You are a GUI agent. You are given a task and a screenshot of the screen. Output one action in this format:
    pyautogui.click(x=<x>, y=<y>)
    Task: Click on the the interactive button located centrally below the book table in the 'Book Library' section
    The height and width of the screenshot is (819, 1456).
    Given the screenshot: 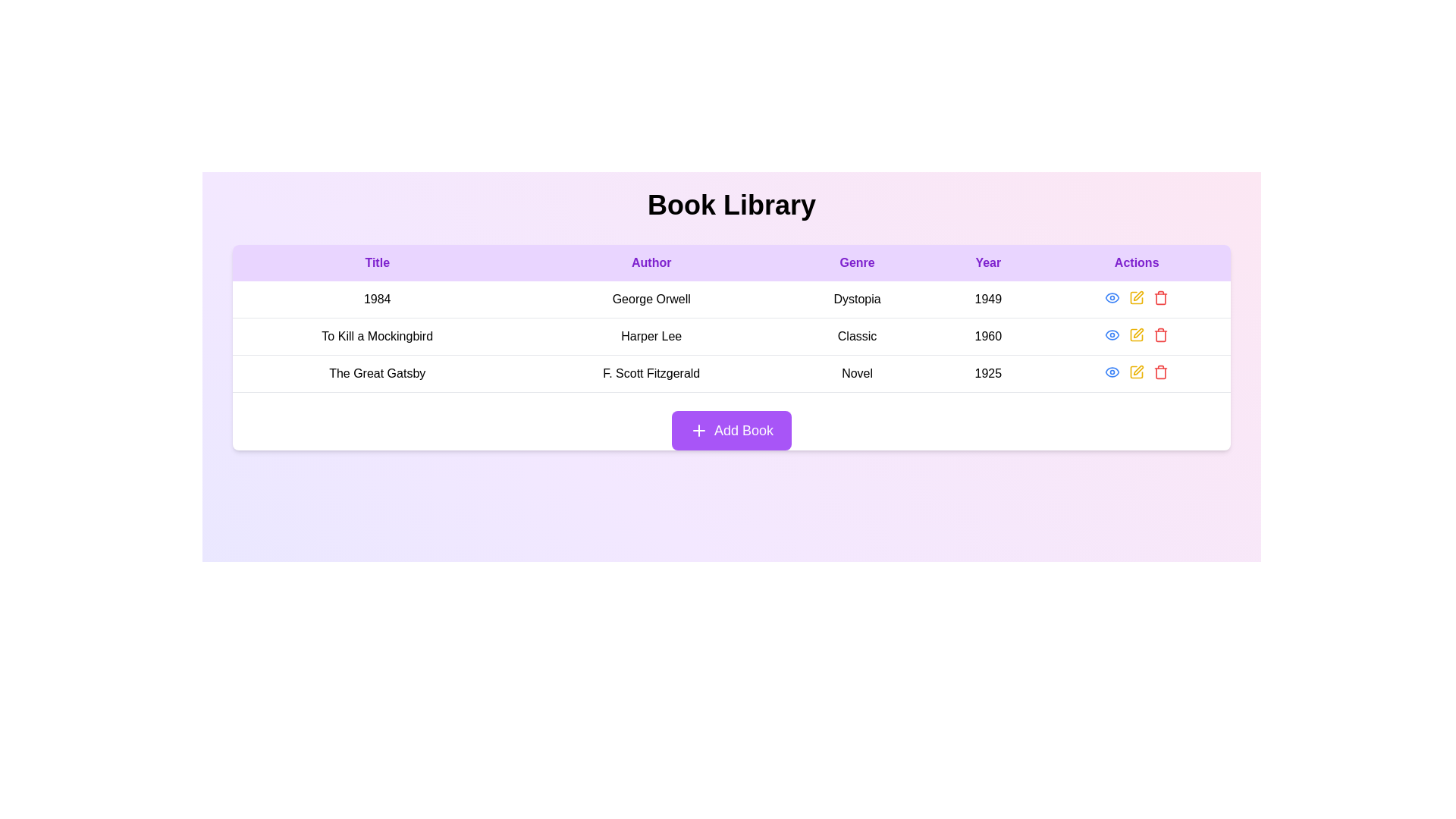 What is the action you would take?
    pyautogui.click(x=731, y=430)
    